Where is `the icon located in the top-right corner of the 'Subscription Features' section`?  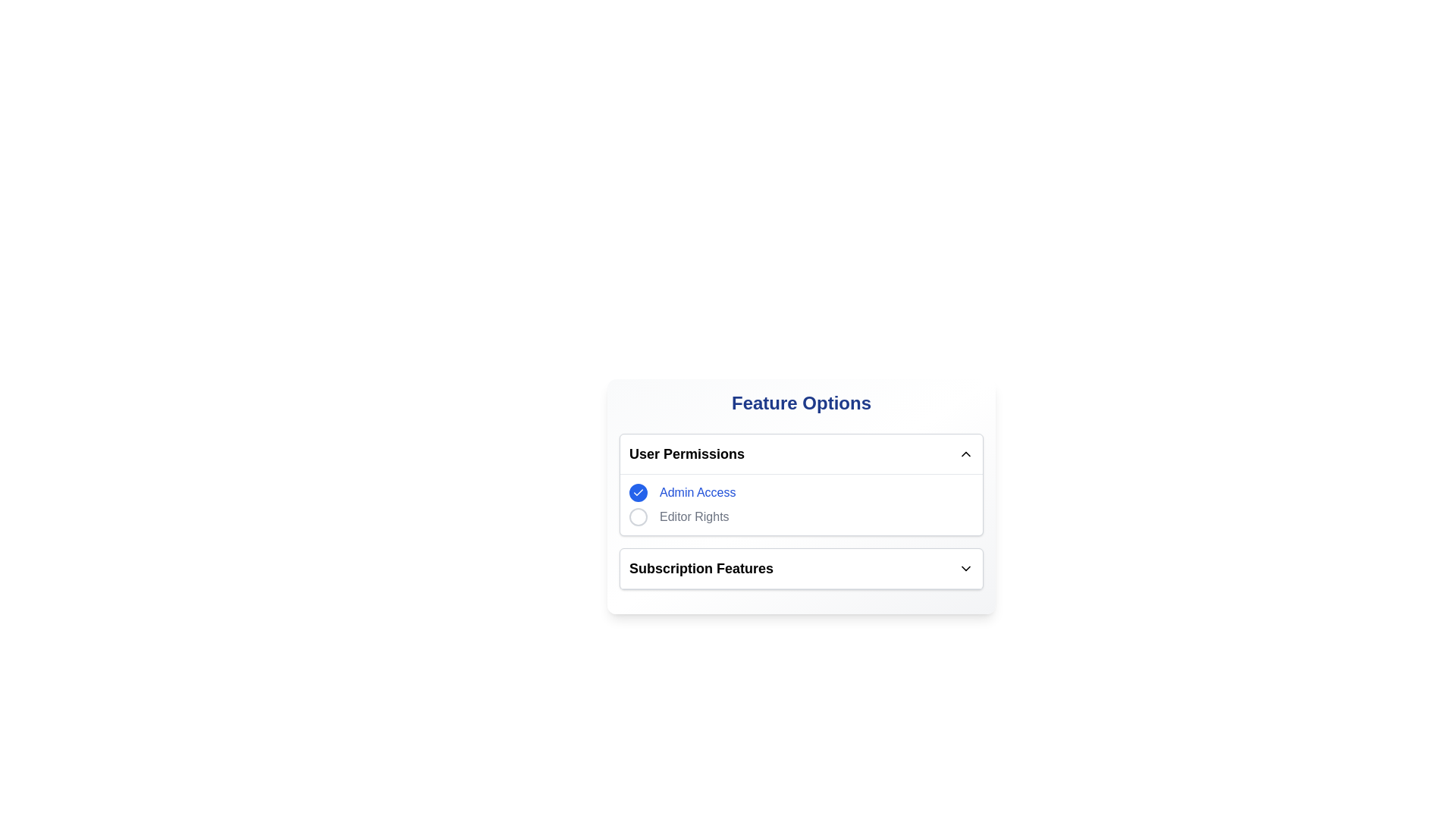
the icon located in the top-right corner of the 'Subscription Features' section is located at coordinates (965, 568).